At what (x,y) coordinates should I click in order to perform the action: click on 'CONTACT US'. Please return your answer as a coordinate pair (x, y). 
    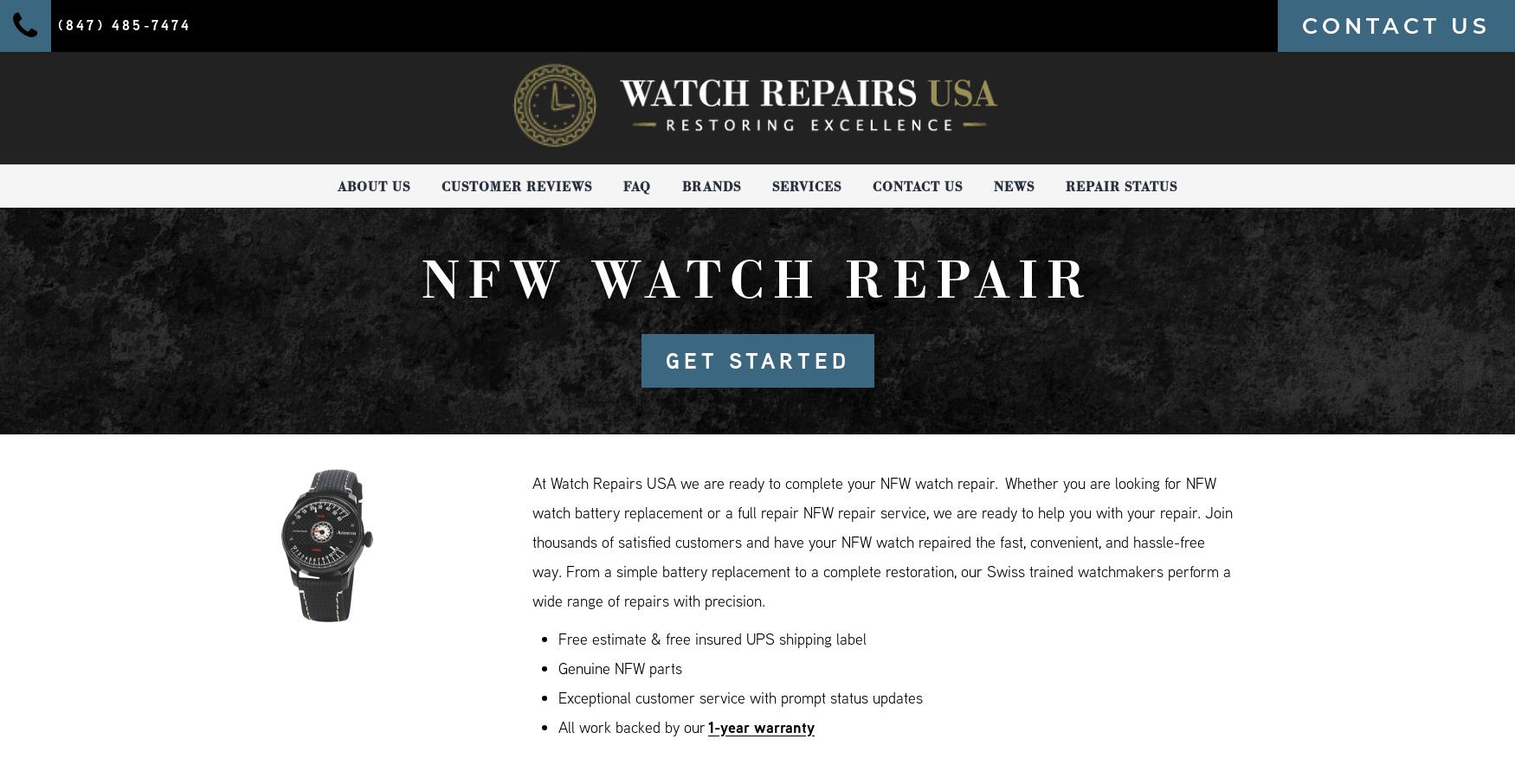
    Looking at the image, I should click on (1396, 24).